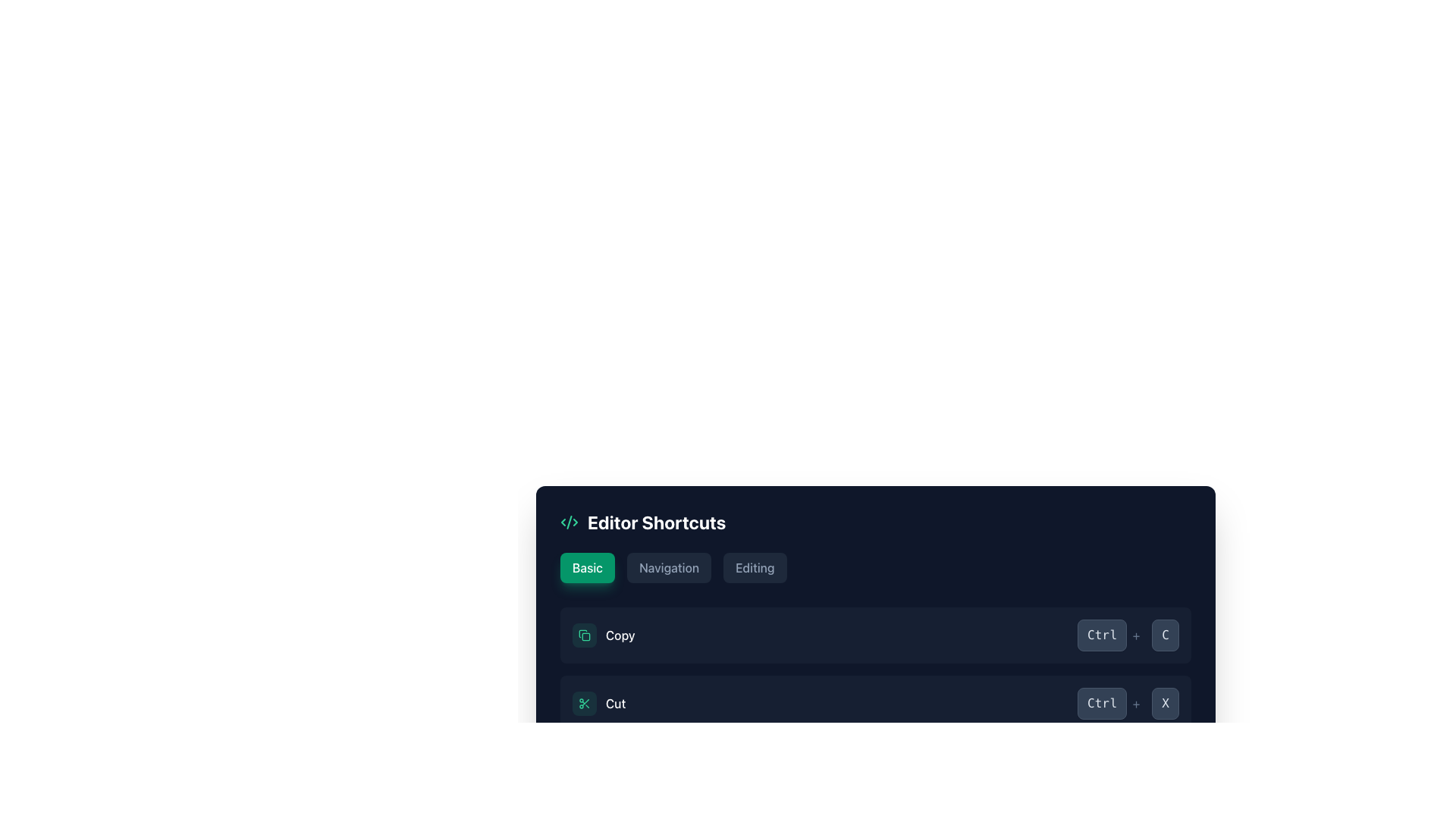 This screenshot has height=819, width=1456. I want to click on the keyboard shortcut display for 'Cut' which shows 'Ctrl + X', so click(1128, 704).